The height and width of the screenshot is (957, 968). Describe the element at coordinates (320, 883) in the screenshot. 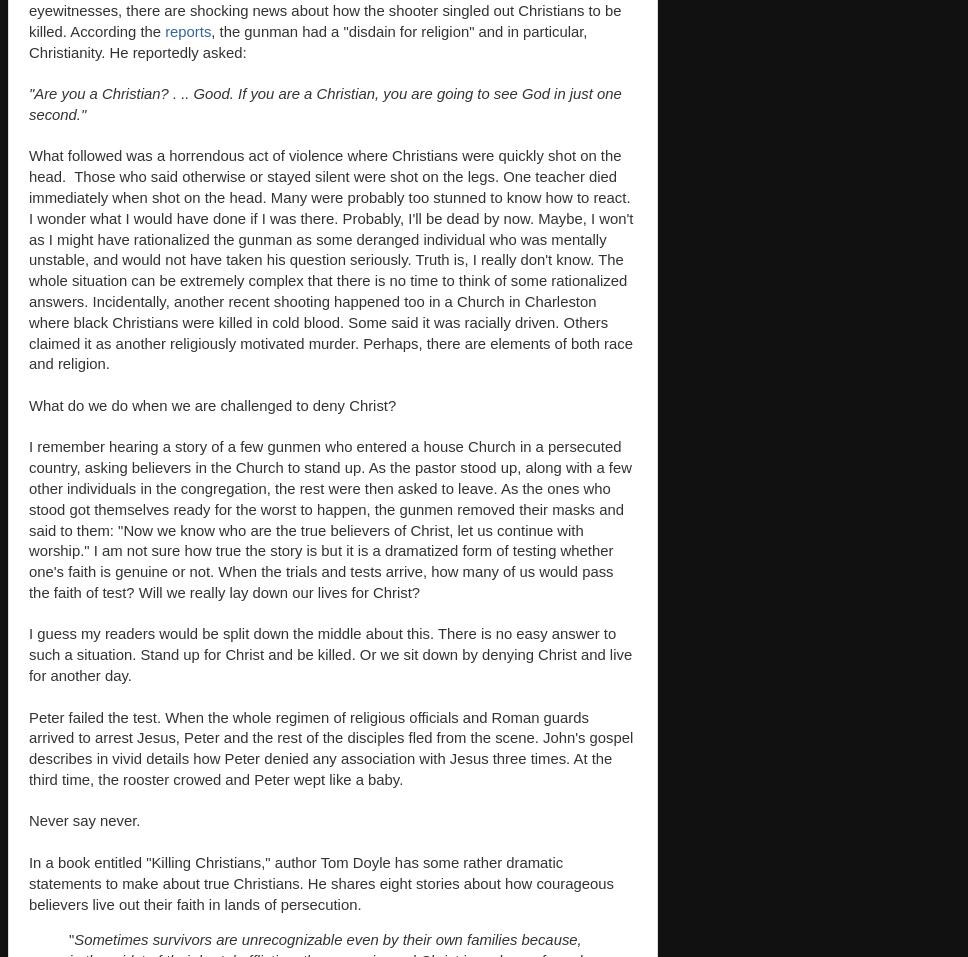

I see `'In a book entitled "Killing Christians," author Tom Doyle has some rather dramatic statements to make about true Christians. He shares eight stories about how courageous believers live out their faith in lands of persecution.'` at that location.